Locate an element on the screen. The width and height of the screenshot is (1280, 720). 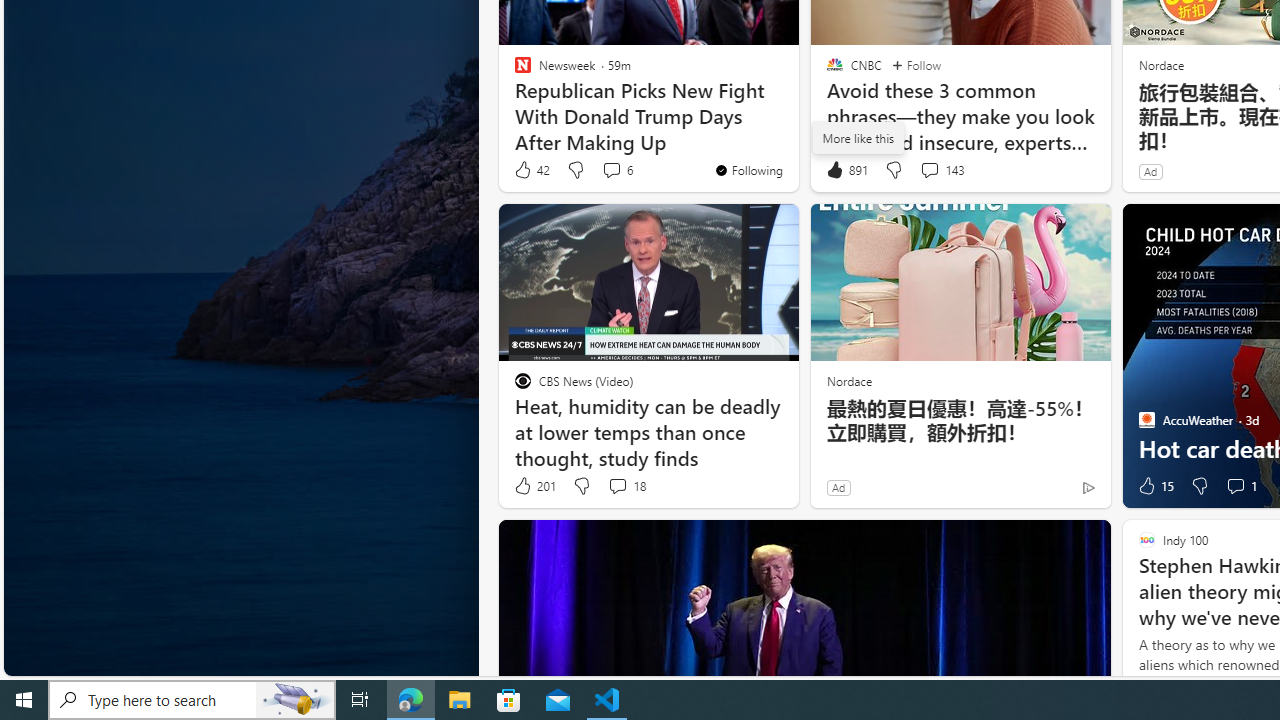
'View comments 143 Comment' is located at coordinates (941, 169).